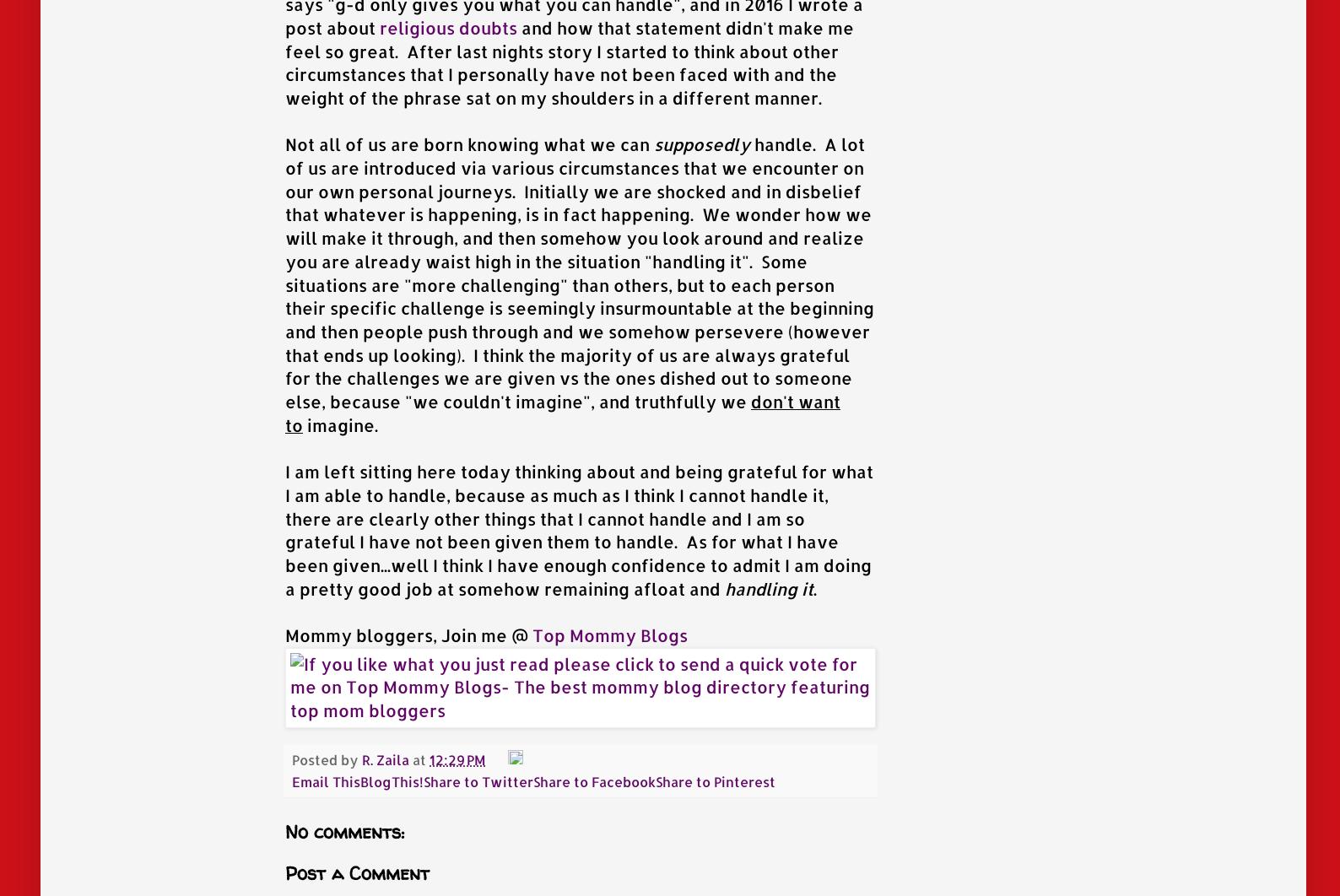 The height and width of the screenshot is (896, 1340). I want to click on 'religious doubts', so click(447, 27).